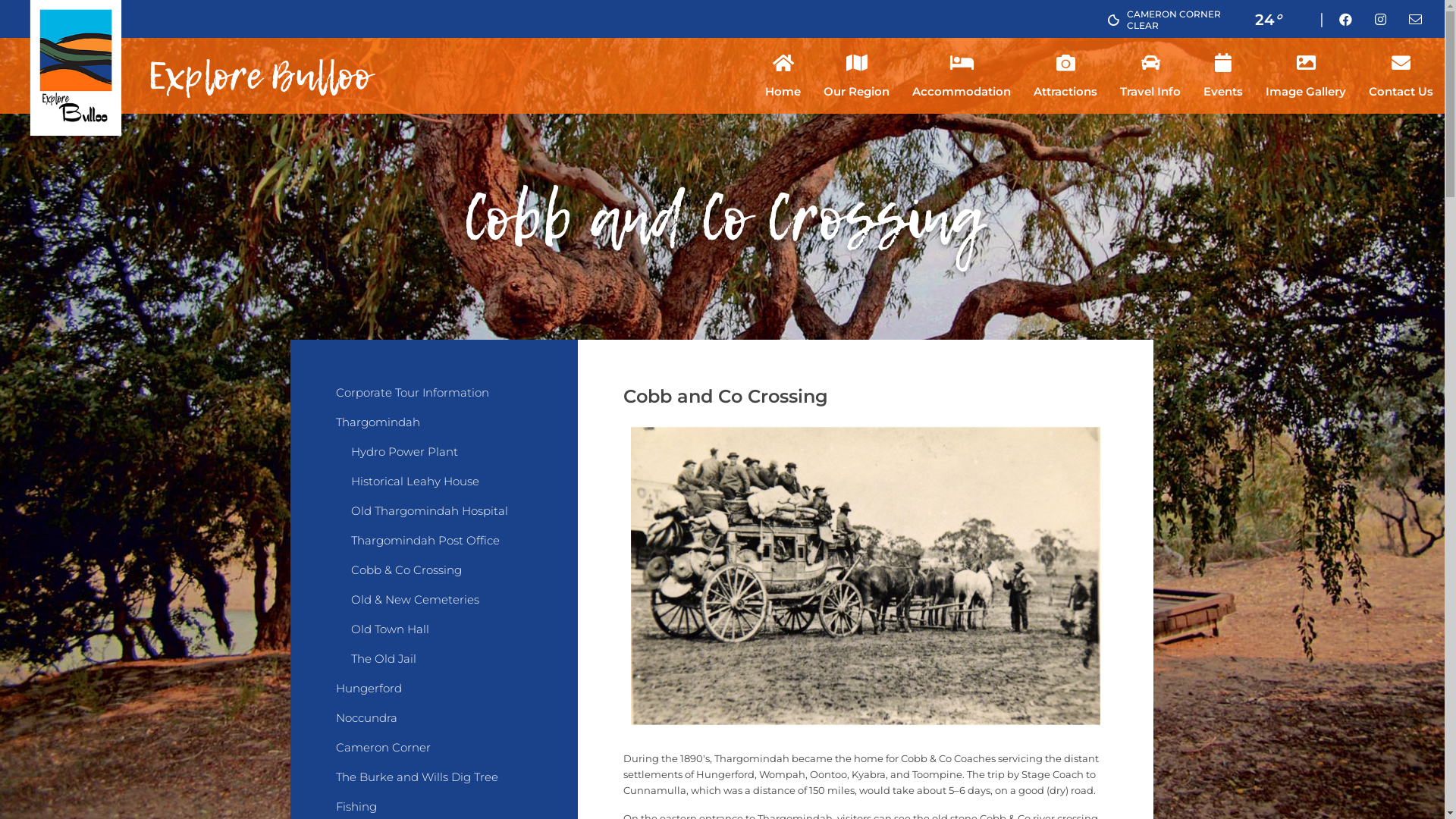  I want to click on 'Cameron Corner', so click(432, 755).